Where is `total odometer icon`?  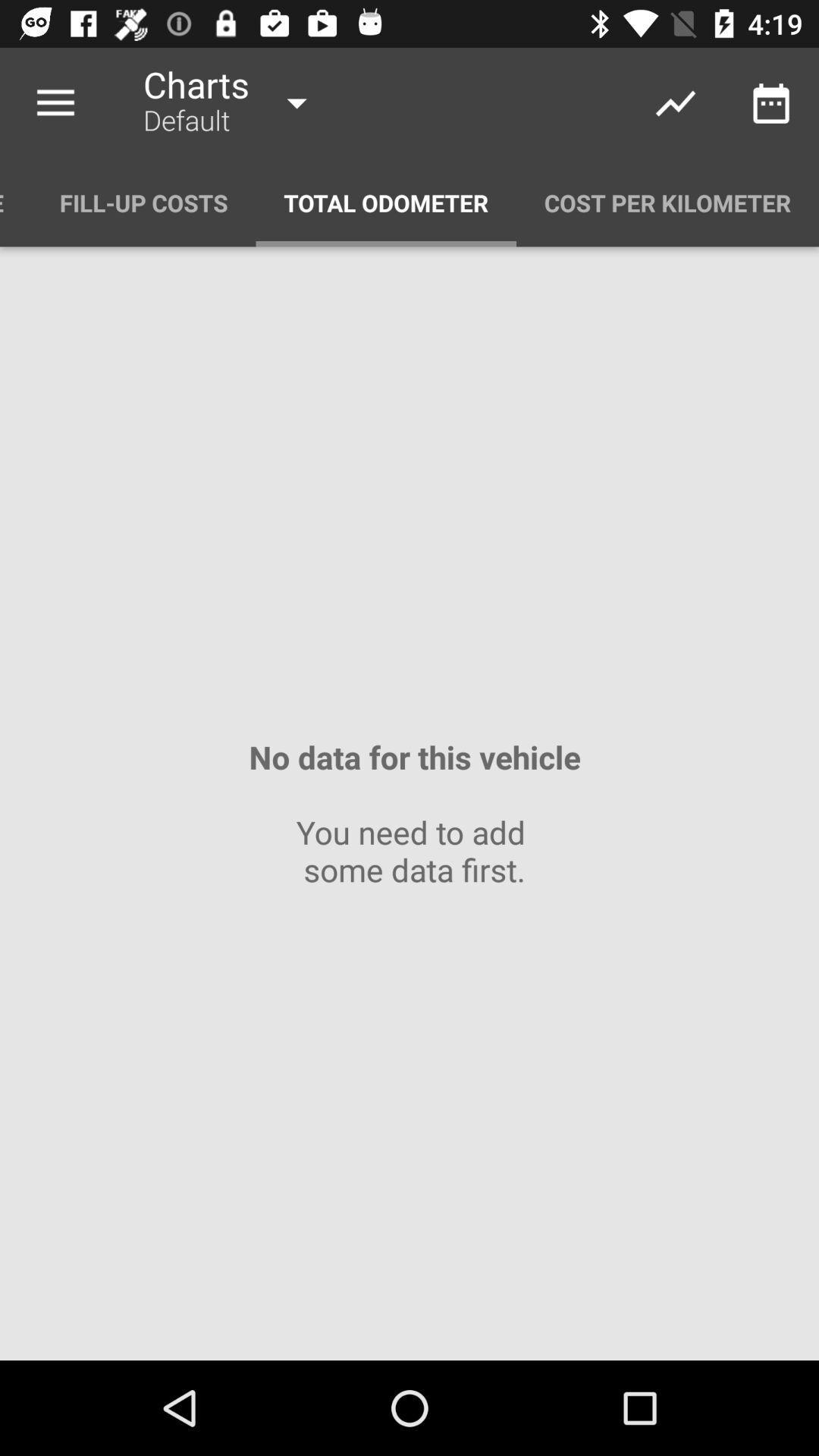
total odometer icon is located at coordinates (385, 202).